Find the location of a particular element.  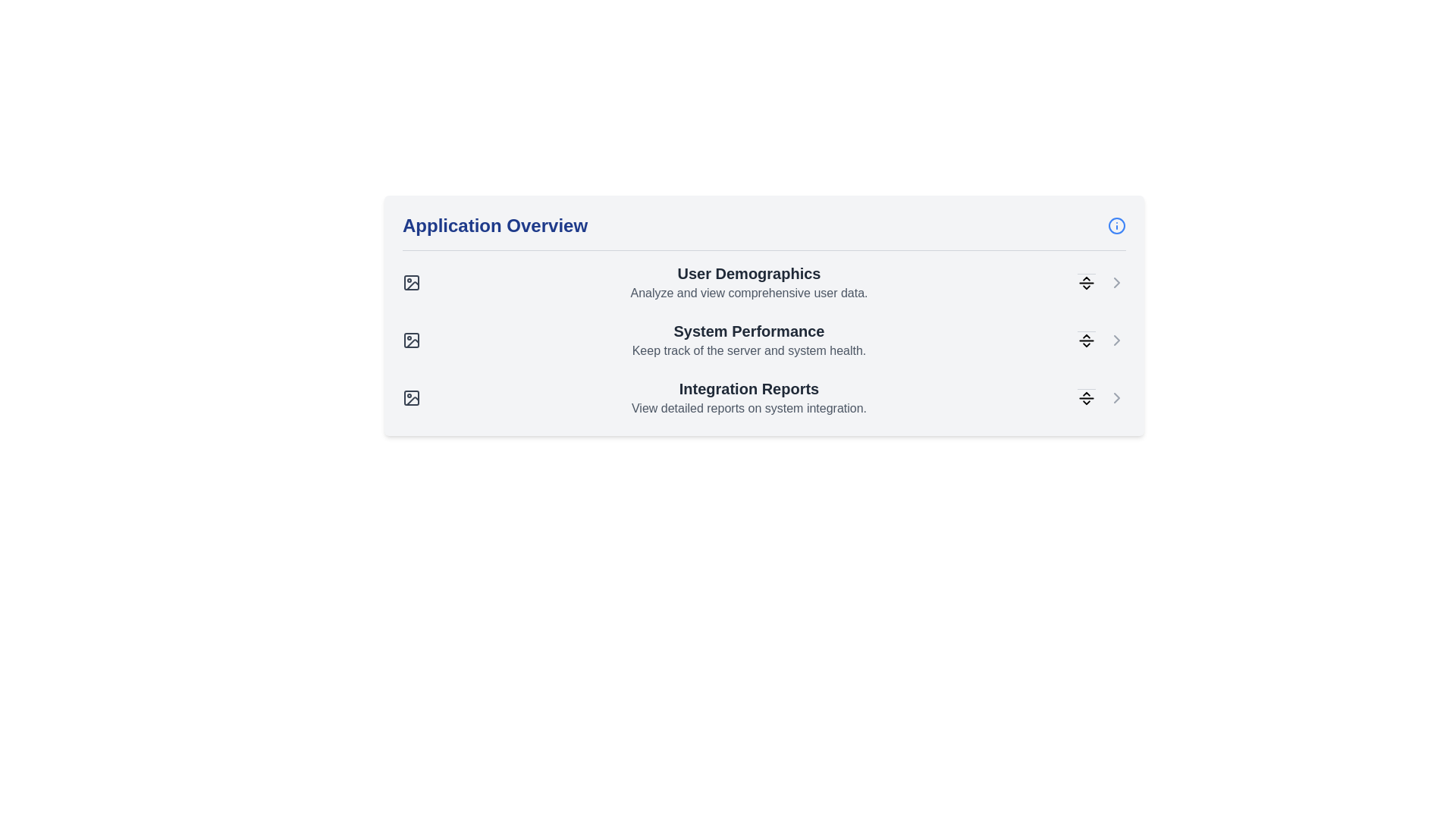

the user demographics icon, which is the first item in a vertical series of similar icons on the left side of the content layout is located at coordinates (411, 283).